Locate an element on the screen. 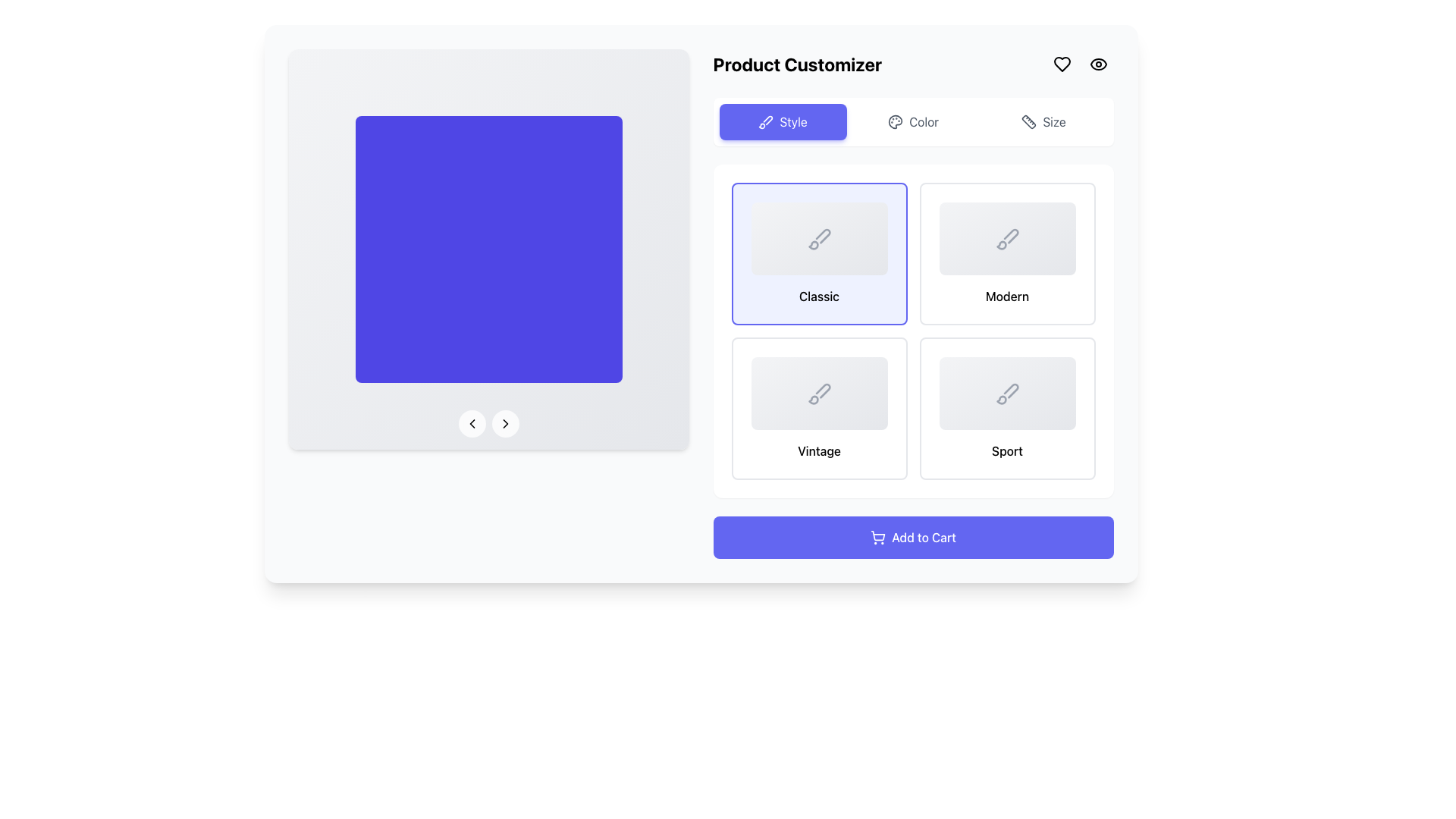 This screenshot has width=1456, height=819. the call-to-action button at the bottom of the product customization section is located at coordinates (912, 537).